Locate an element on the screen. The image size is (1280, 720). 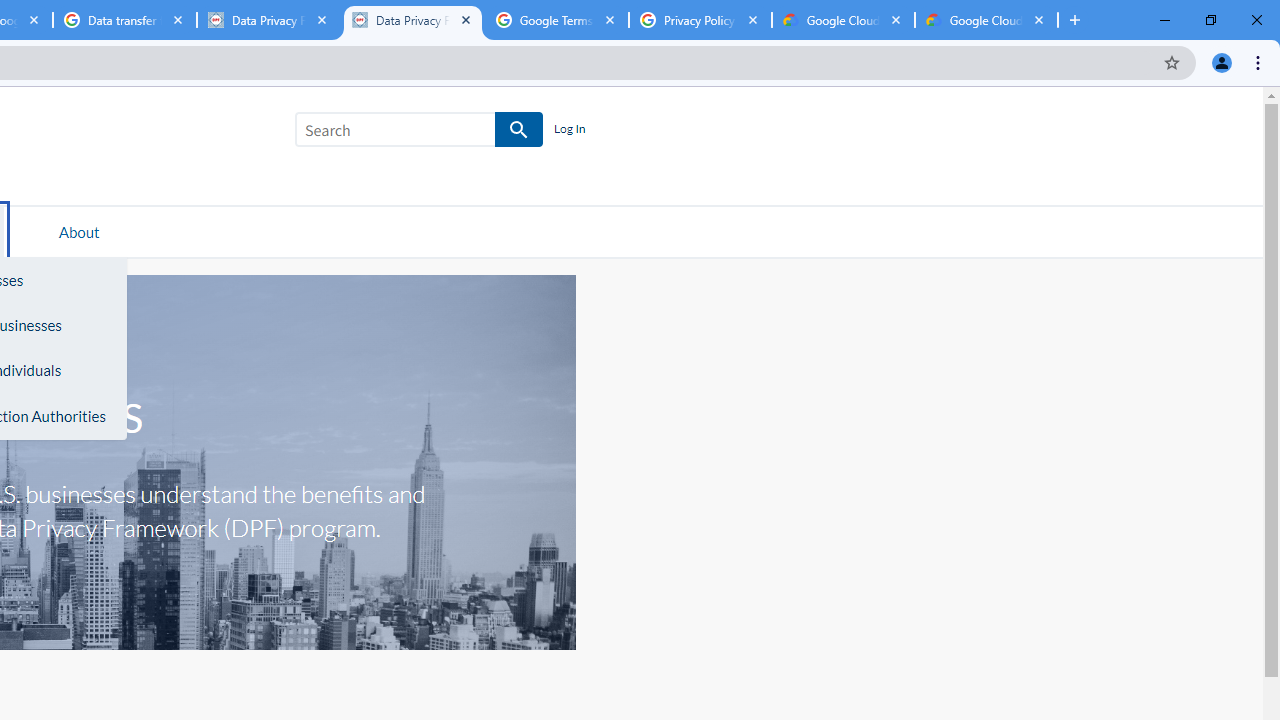
'SEARCH' is located at coordinates (519, 130).